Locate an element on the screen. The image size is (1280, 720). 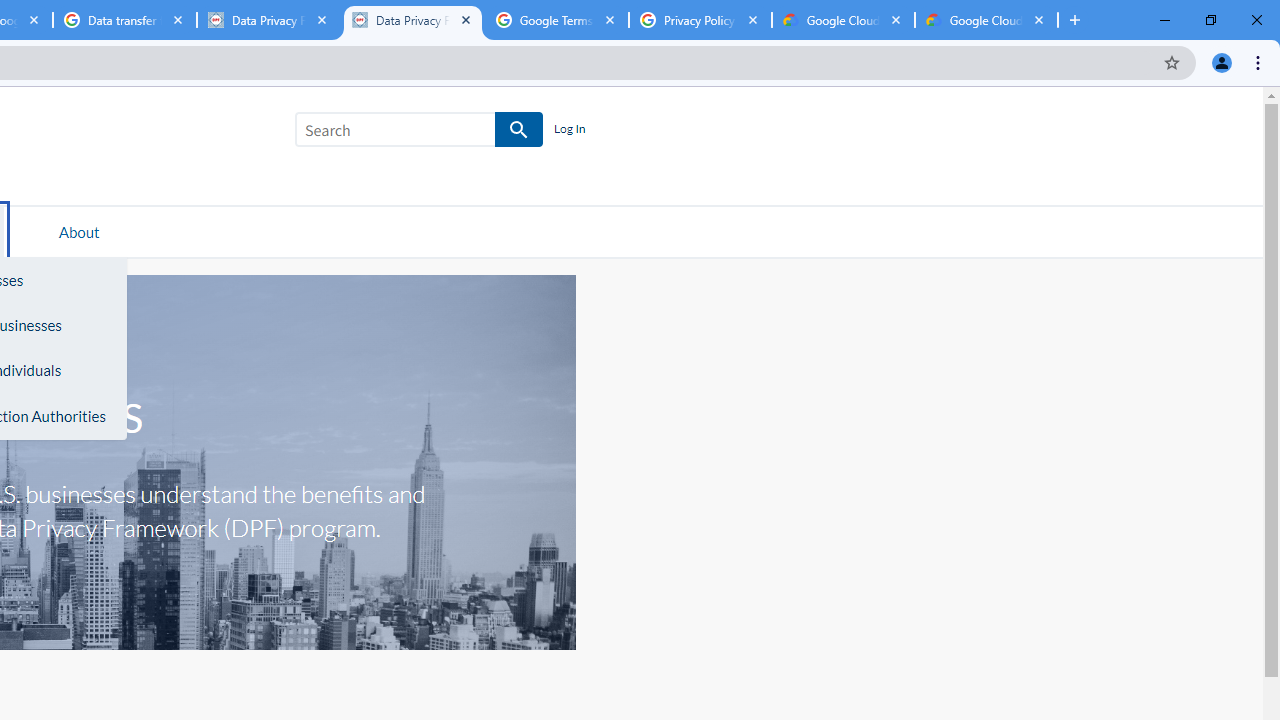
'SEARCH' is located at coordinates (519, 130).